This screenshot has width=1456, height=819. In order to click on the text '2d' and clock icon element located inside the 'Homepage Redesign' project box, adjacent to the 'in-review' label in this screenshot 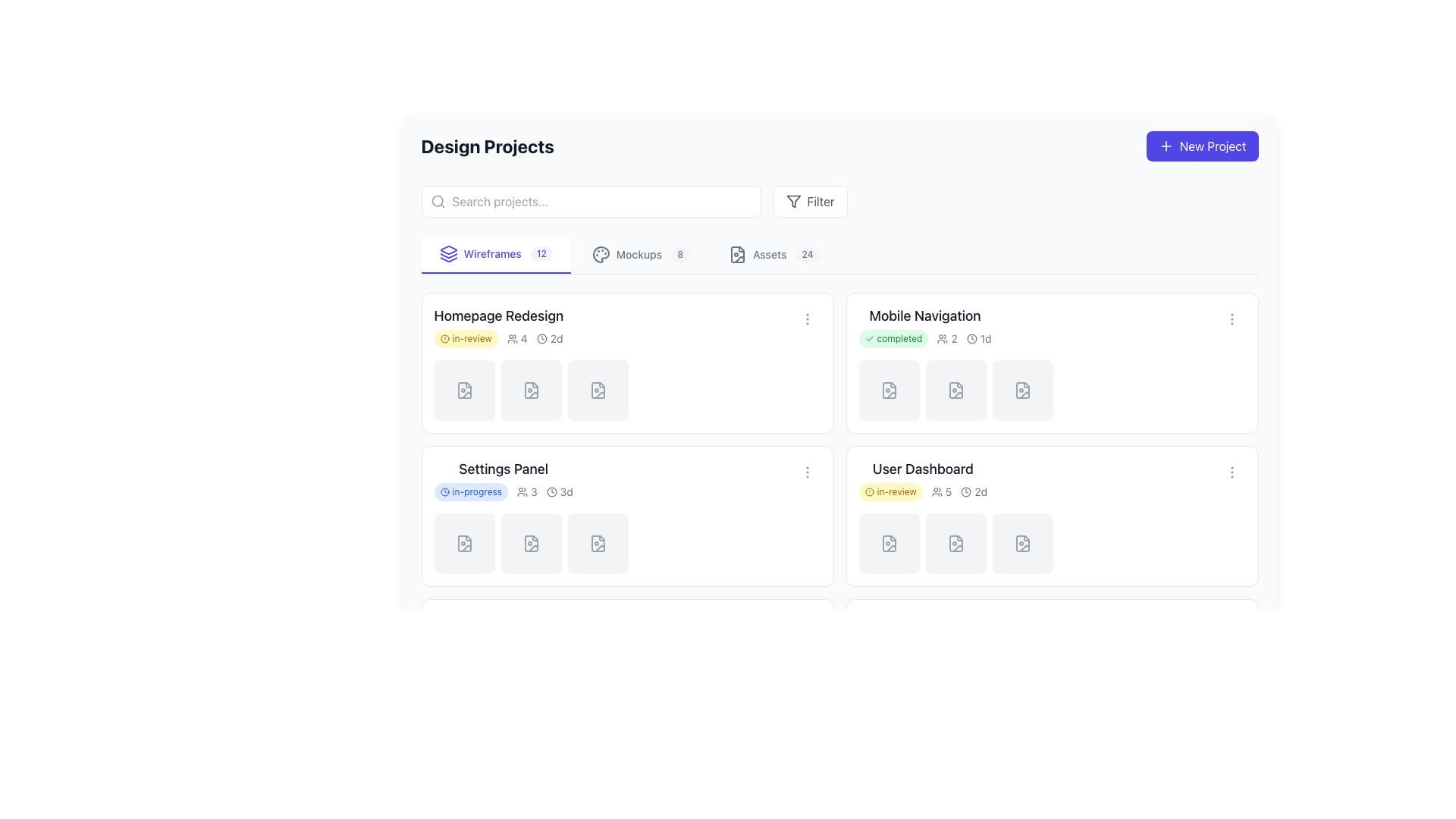, I will do `click(549, 338)`.